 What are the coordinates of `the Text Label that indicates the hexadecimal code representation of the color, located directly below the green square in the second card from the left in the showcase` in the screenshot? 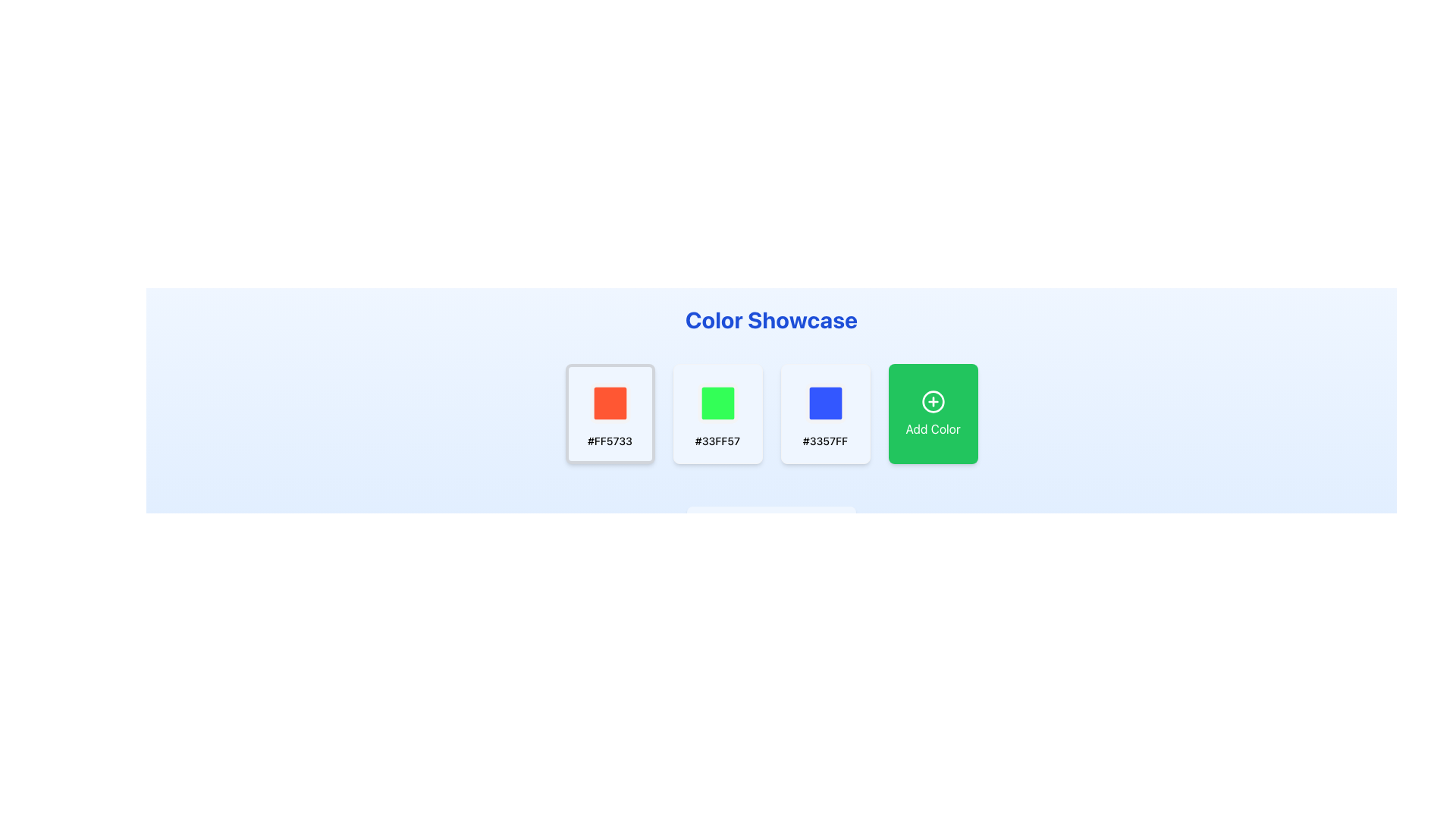 It's located at (717, 441).